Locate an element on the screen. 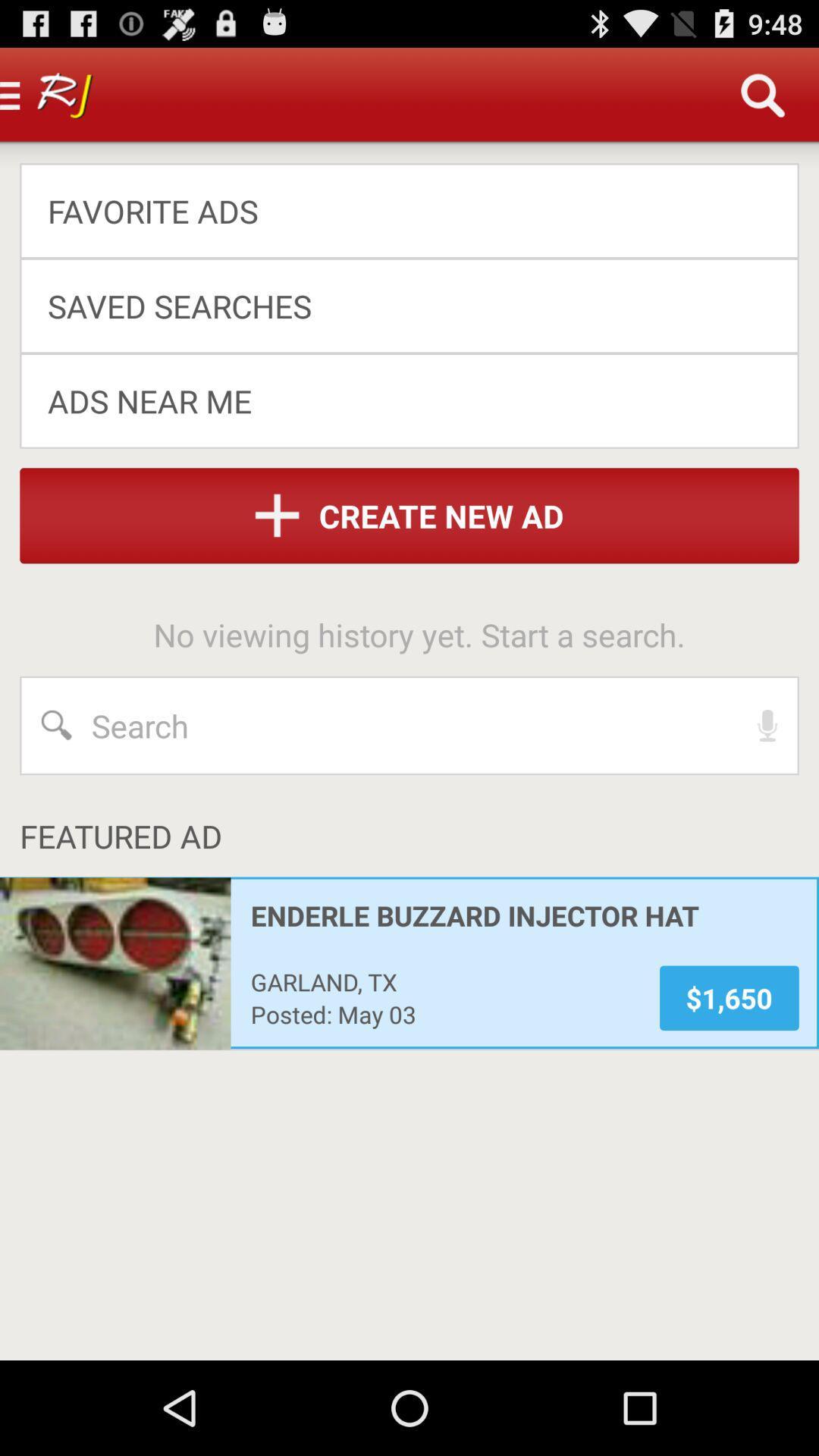 This screenshot has height=1456, width=819. item above the no viewing history app is located at coordinates (409, 516).